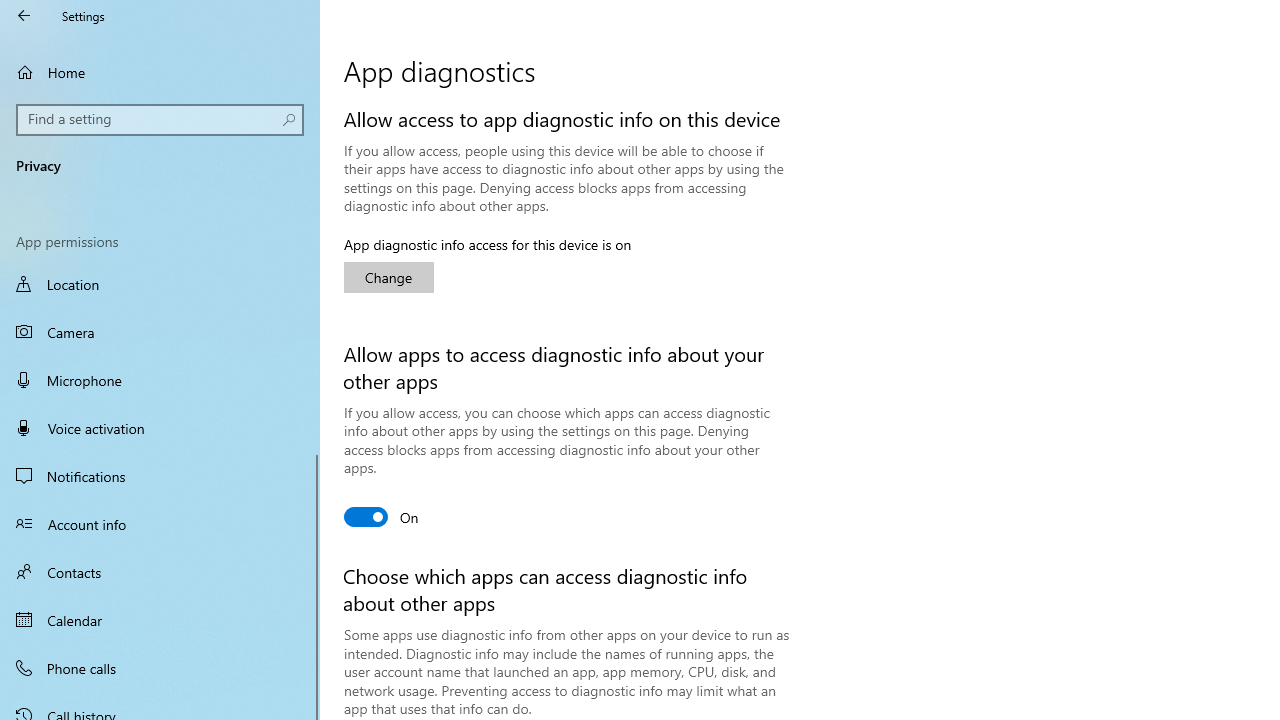 The image size is (1280, 720). I want to click on 'Calendar', so click(160, 618).